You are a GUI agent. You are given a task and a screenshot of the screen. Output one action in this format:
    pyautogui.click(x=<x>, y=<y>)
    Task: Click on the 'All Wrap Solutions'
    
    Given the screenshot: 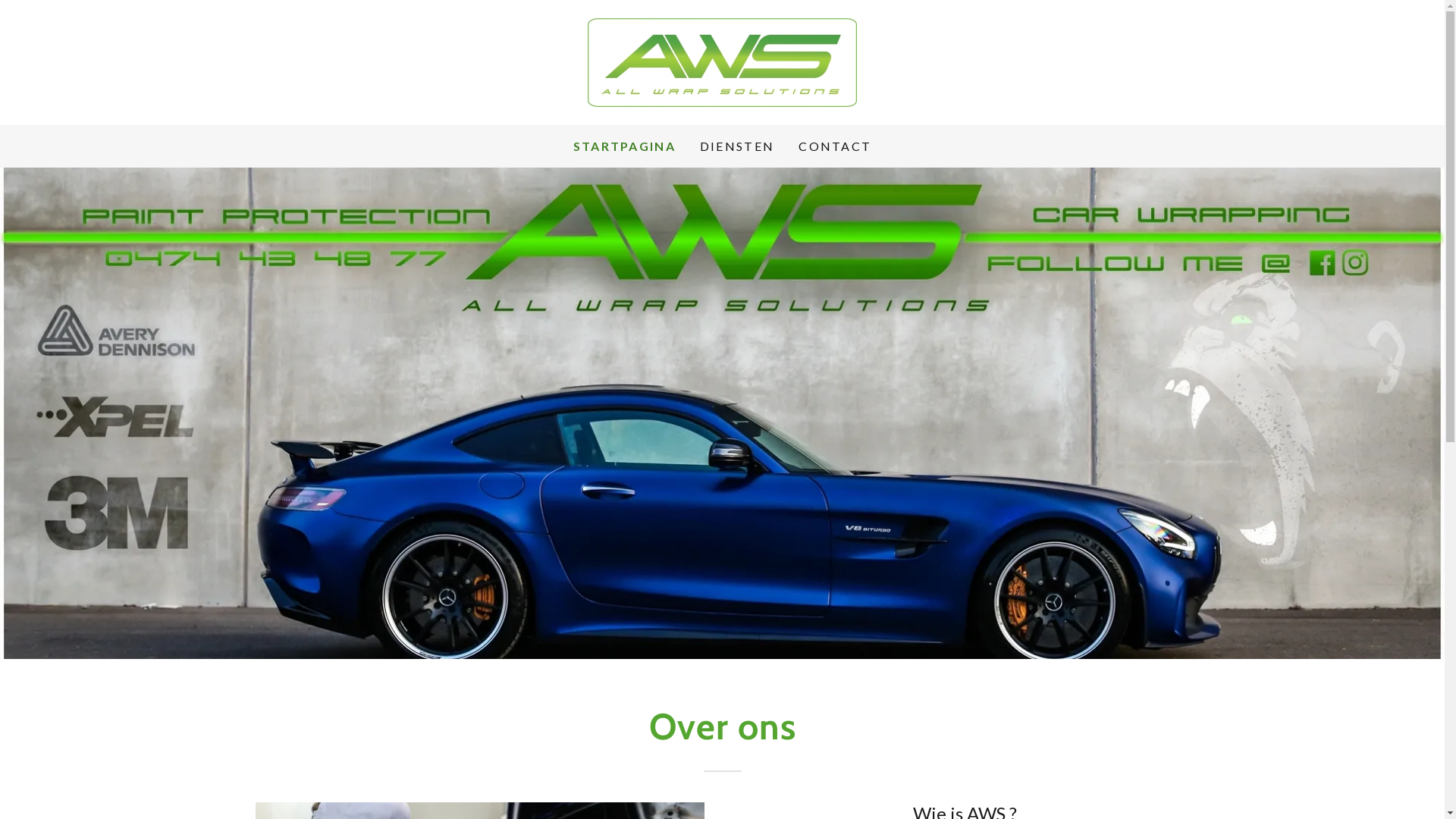 What is the action you would take?
    pyautogui.click(x=721, y=60)
    